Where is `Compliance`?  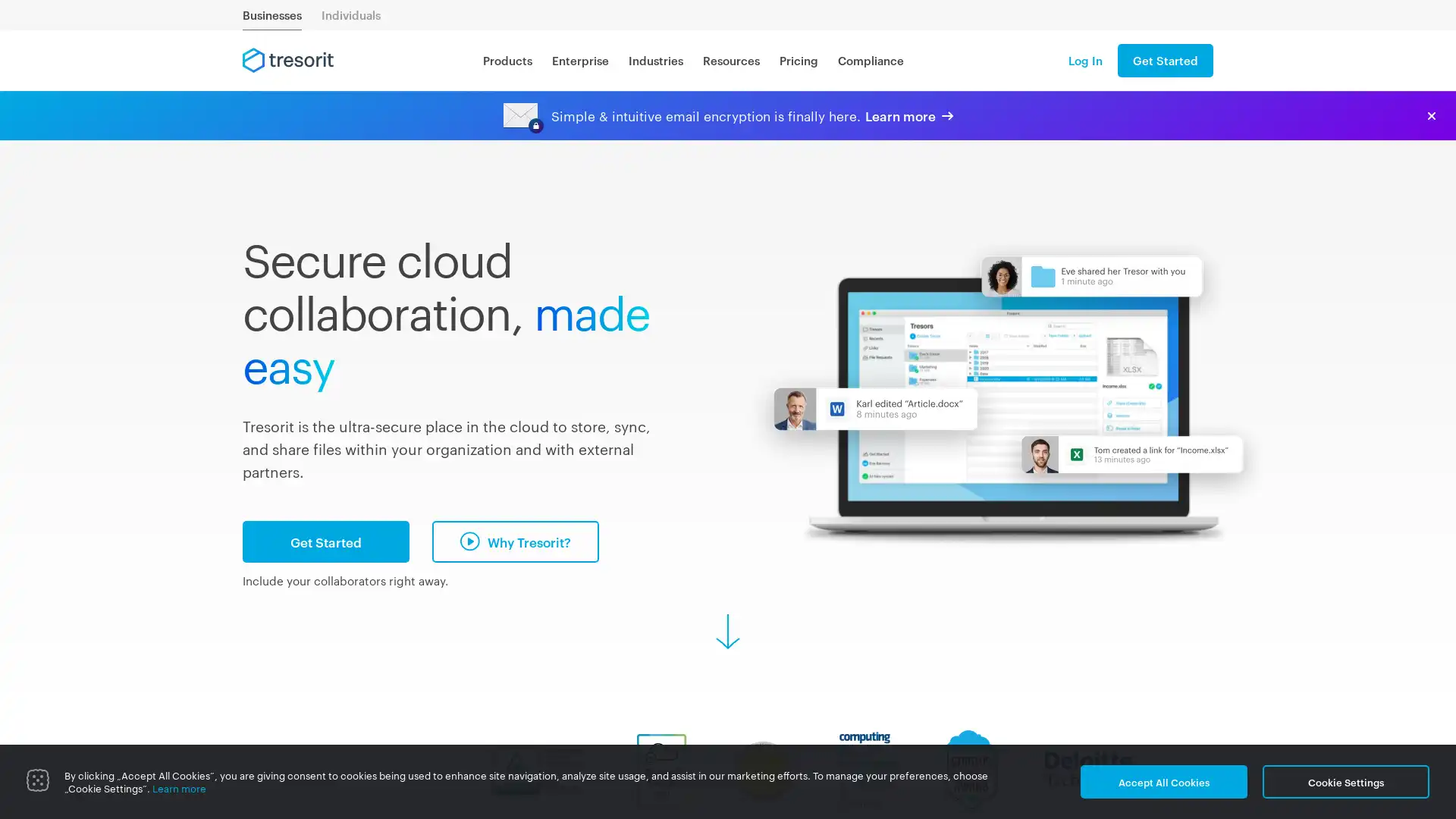
Compliance is located at coordinates (871, 60).